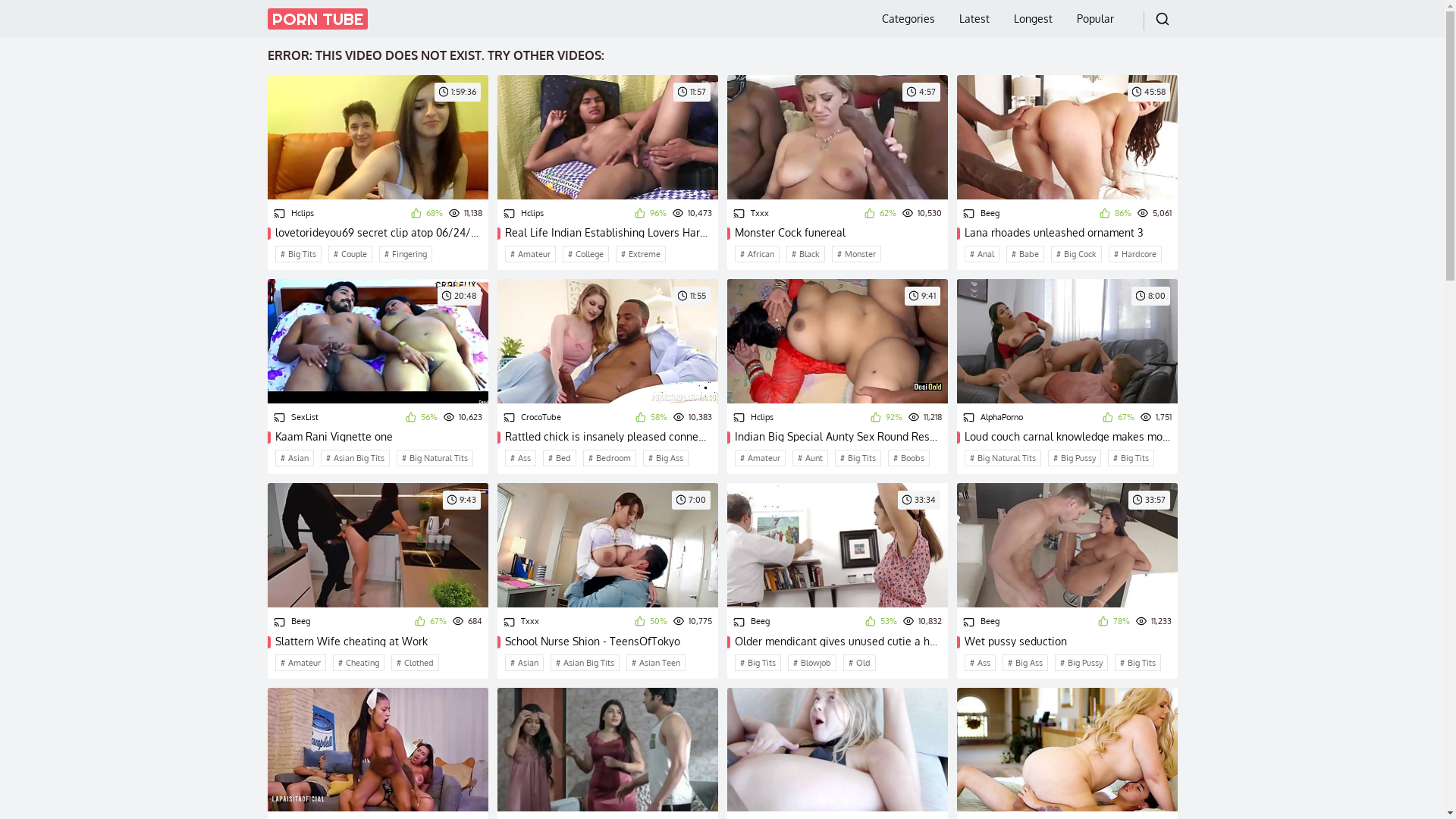  What do you see at coordinates (640, 253) in the screenshot?
I see `'Extreme'` at bounding box center [640, 253].